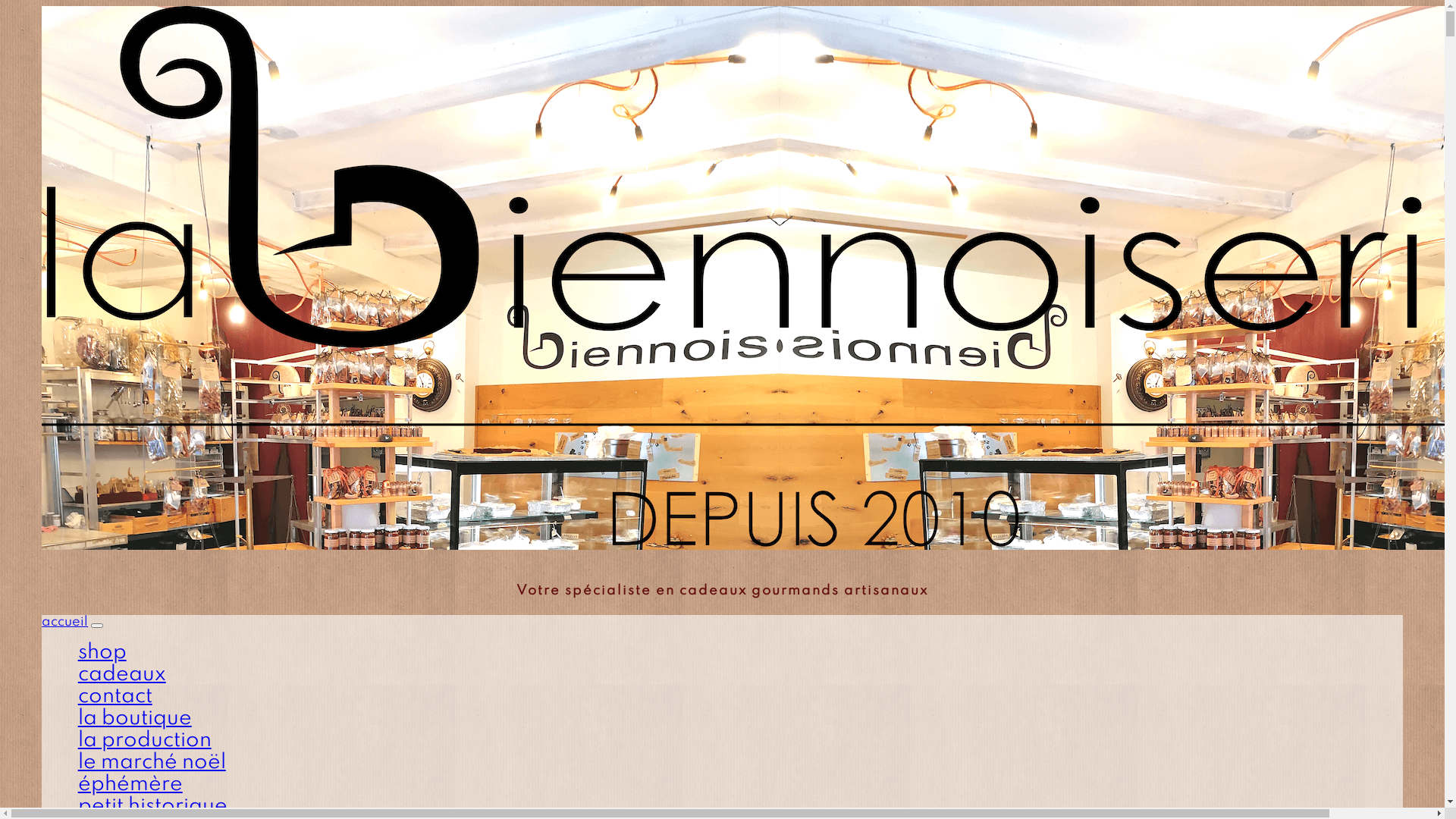 The image size is (1456, 819). Describe the element at coordinates (115, 696) in the screenshot. I see `'contact'` at that location.